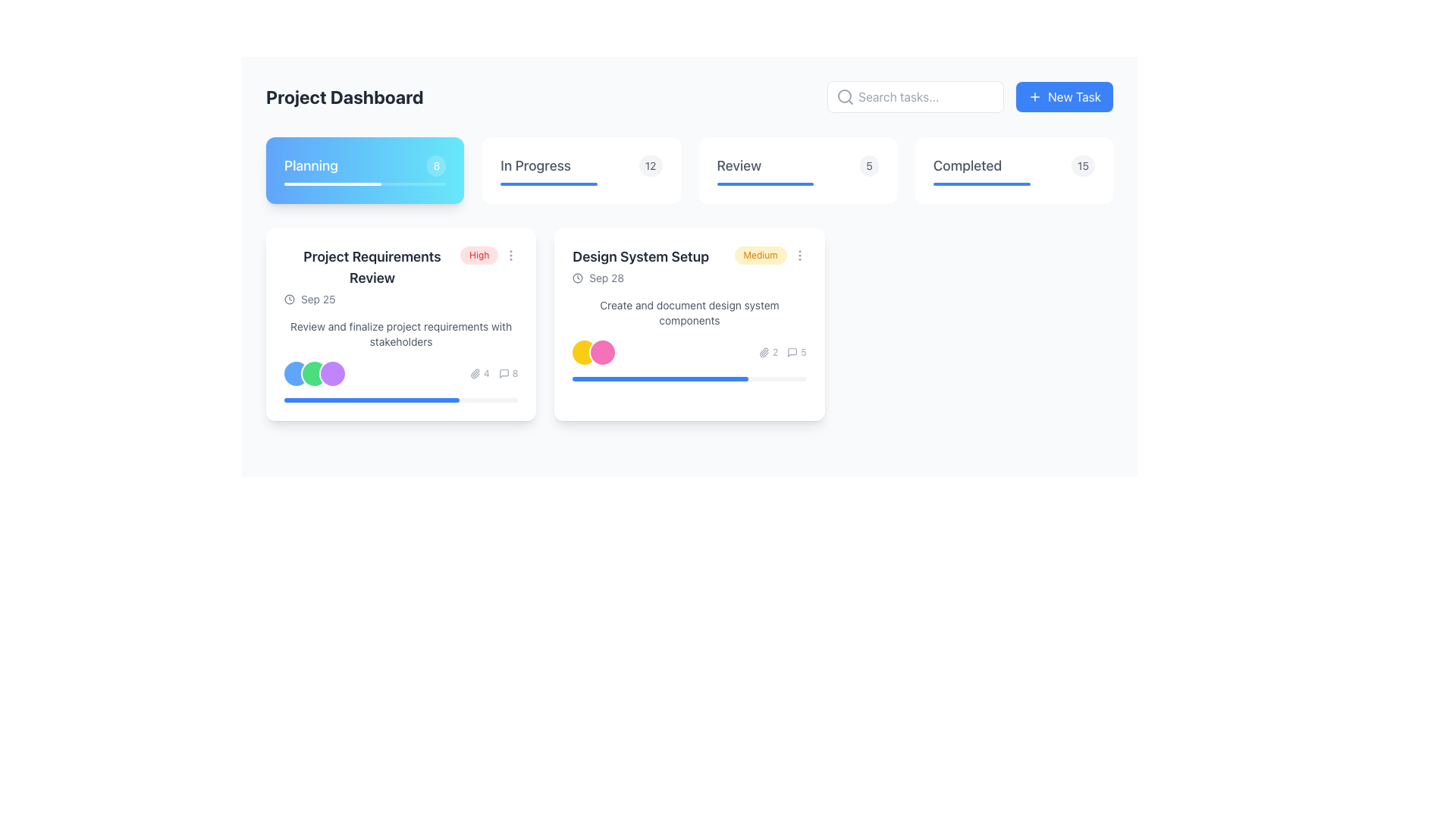 This screenshot has width=1456, height=819. What do you see at coordinates (869, 166) in the screenshot?
I see `the informational badge or counter representing the number of pending tasks under the 'Review' section` at bounding box center [869, 166].